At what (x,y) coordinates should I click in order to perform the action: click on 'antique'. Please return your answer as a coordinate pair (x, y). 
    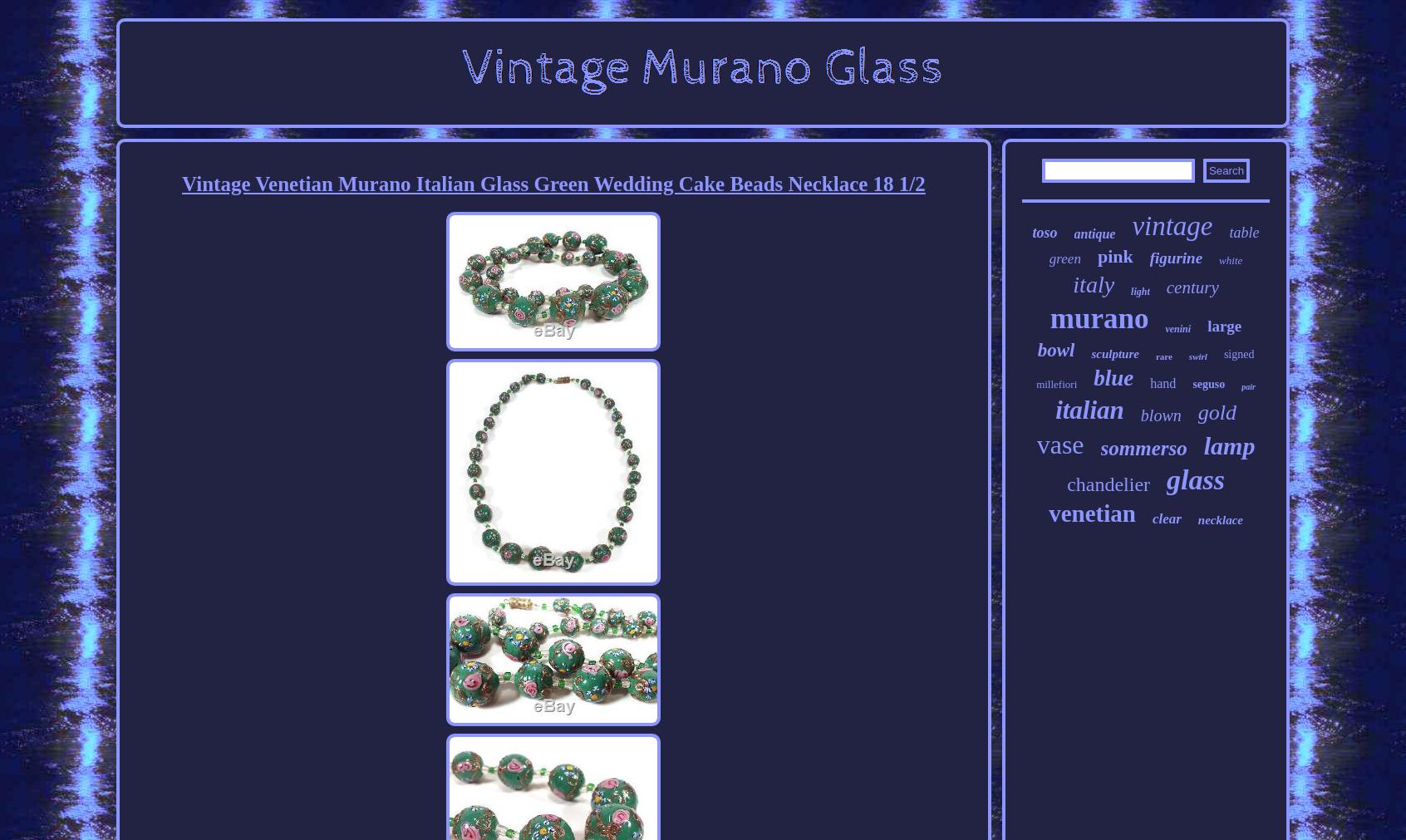
    Looking at the image, I should click on (1094, 233).